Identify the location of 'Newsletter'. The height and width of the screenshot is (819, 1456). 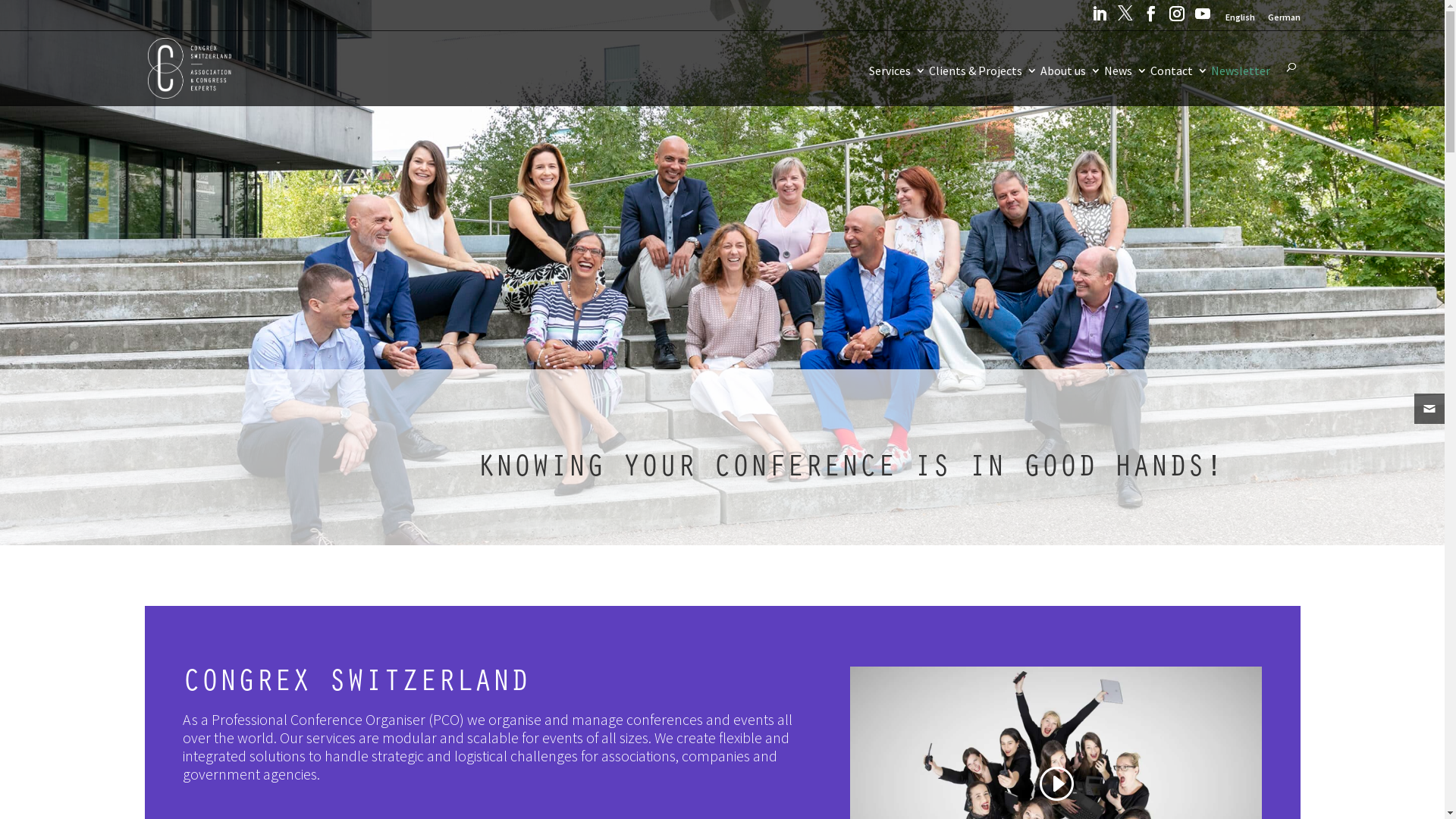
(1210, 85).